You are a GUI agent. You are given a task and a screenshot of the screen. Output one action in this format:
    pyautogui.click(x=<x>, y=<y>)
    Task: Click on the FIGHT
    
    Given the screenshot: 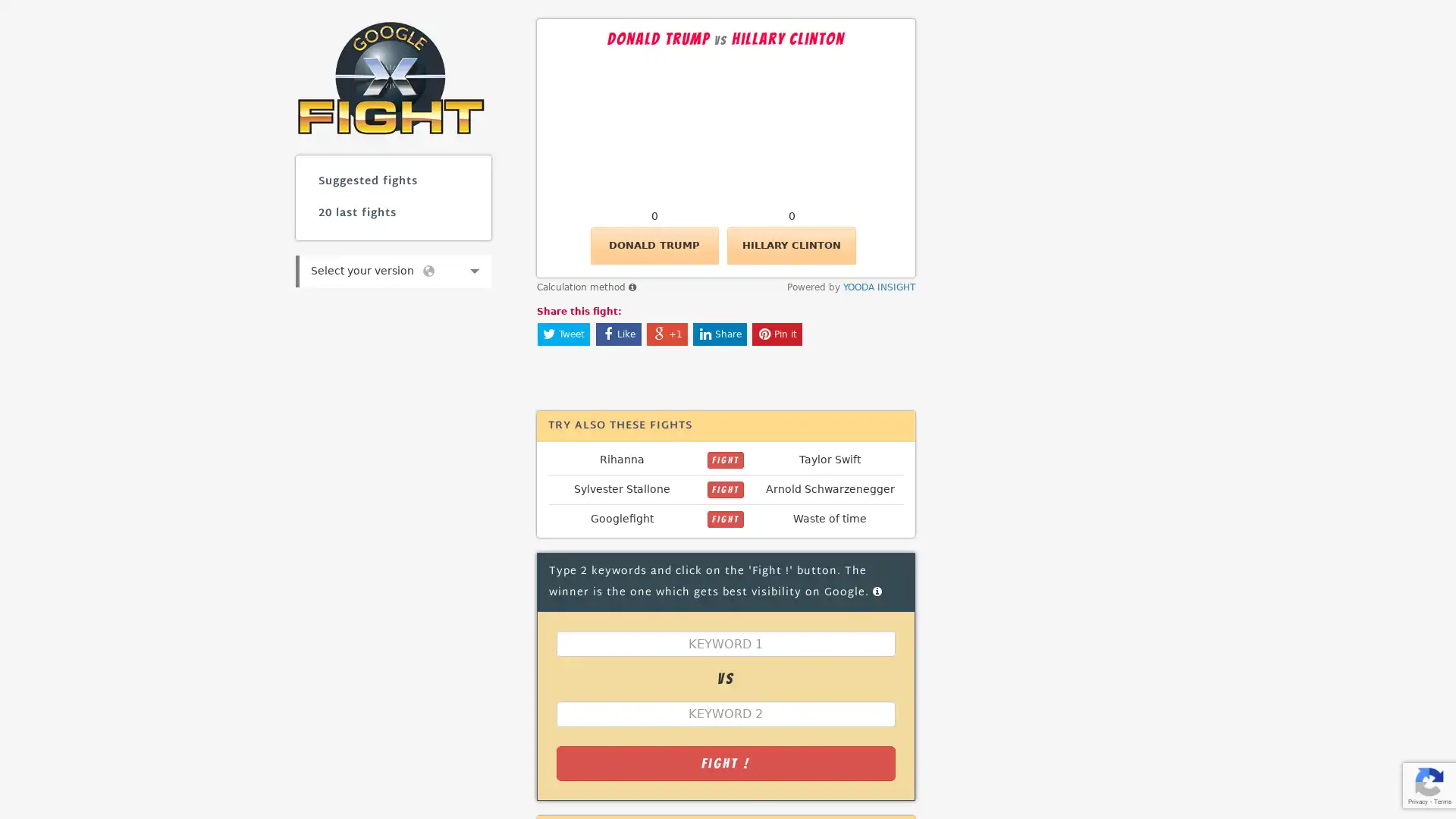 What is the action you would take?
    pyautogui.click(x=724, y=459)
    